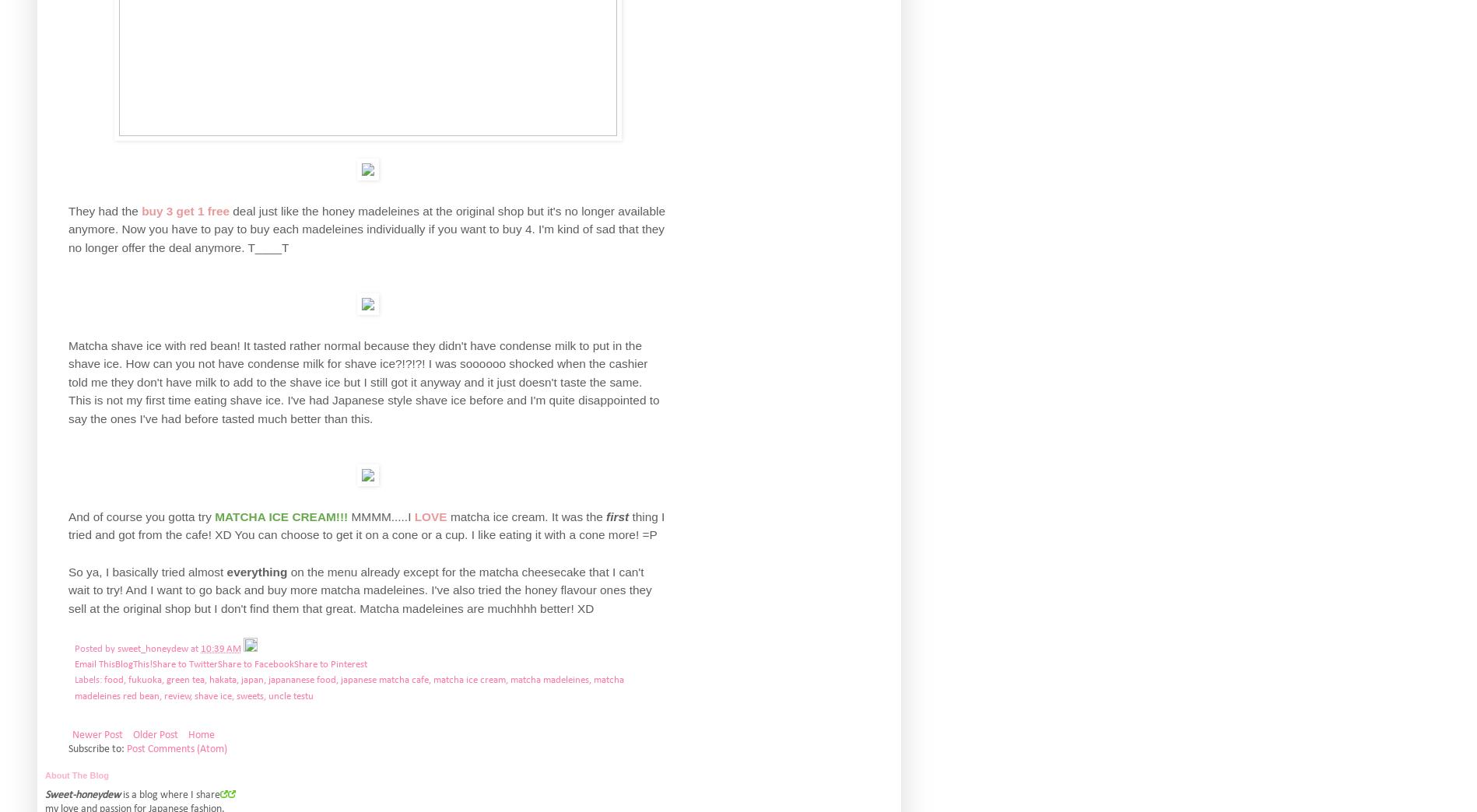  Describe the element at coordinates (152, 648) in the screenshot. I see `'sweet_honeydew'` at that location.